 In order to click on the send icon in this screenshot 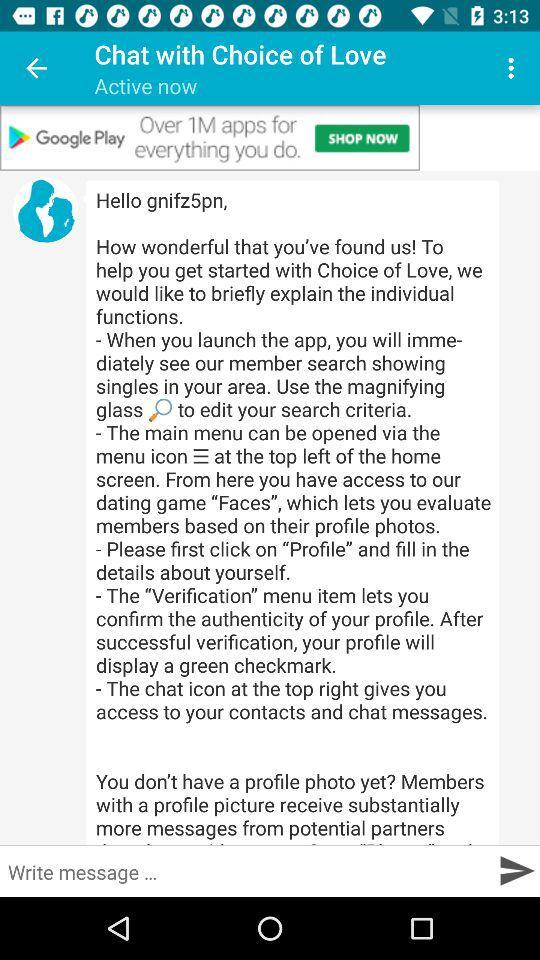, I will do `click(516, 869)`.